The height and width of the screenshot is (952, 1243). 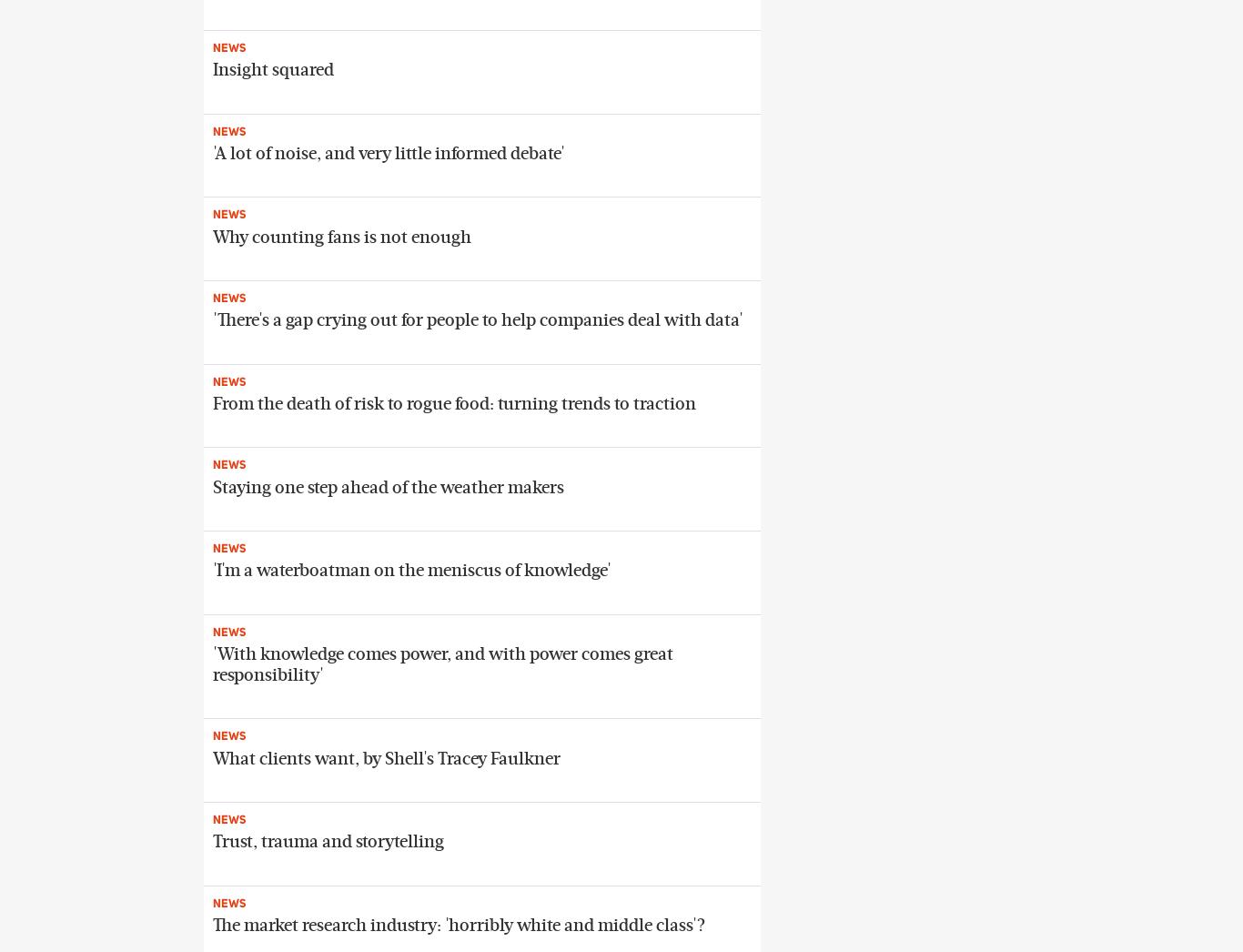 What do you see at coordinates (212, 236) in the screenshot?
I see `'Why counting fans is not enough'` at bounding box center [212, 236].